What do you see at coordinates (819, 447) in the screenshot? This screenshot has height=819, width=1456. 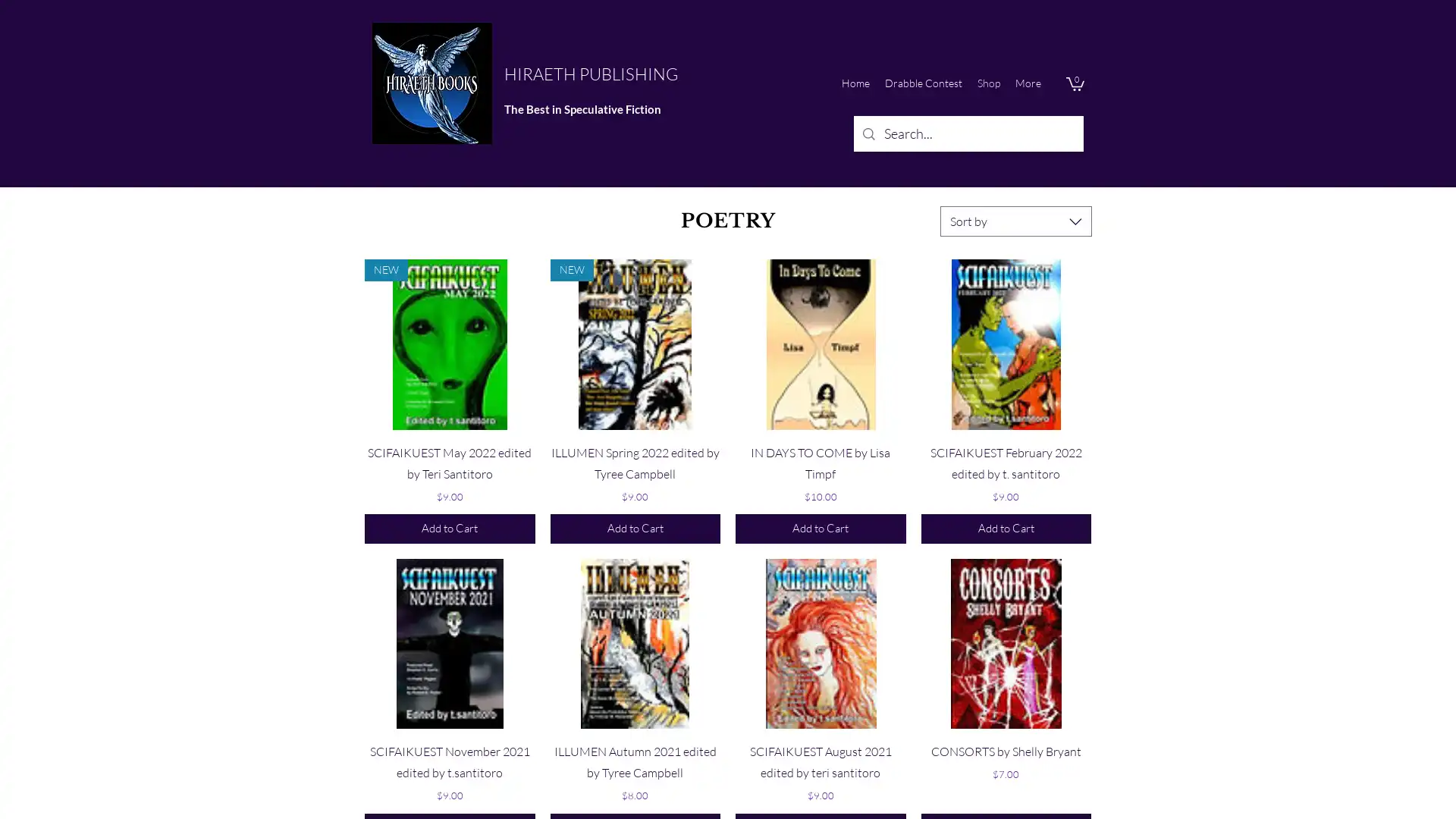 I see `Quick View` at bounding box center [819, 447].